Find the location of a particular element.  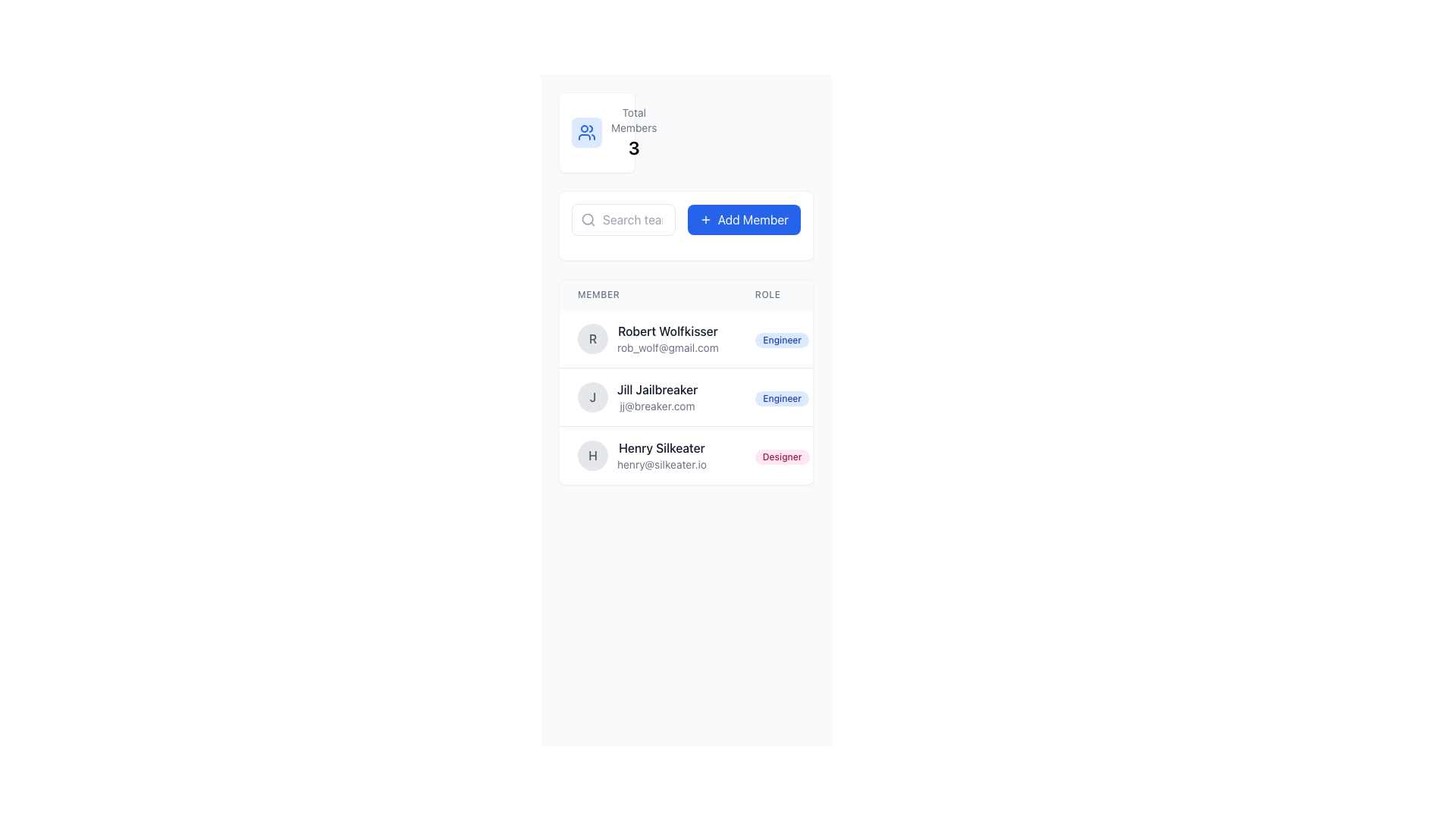

the pill-shaped label with the text 'Engineer' in a light blue background, located under the 'ROLE' header and aligned to the right of 'Jill Jailbreaker' is located at coordinates (782, 397).